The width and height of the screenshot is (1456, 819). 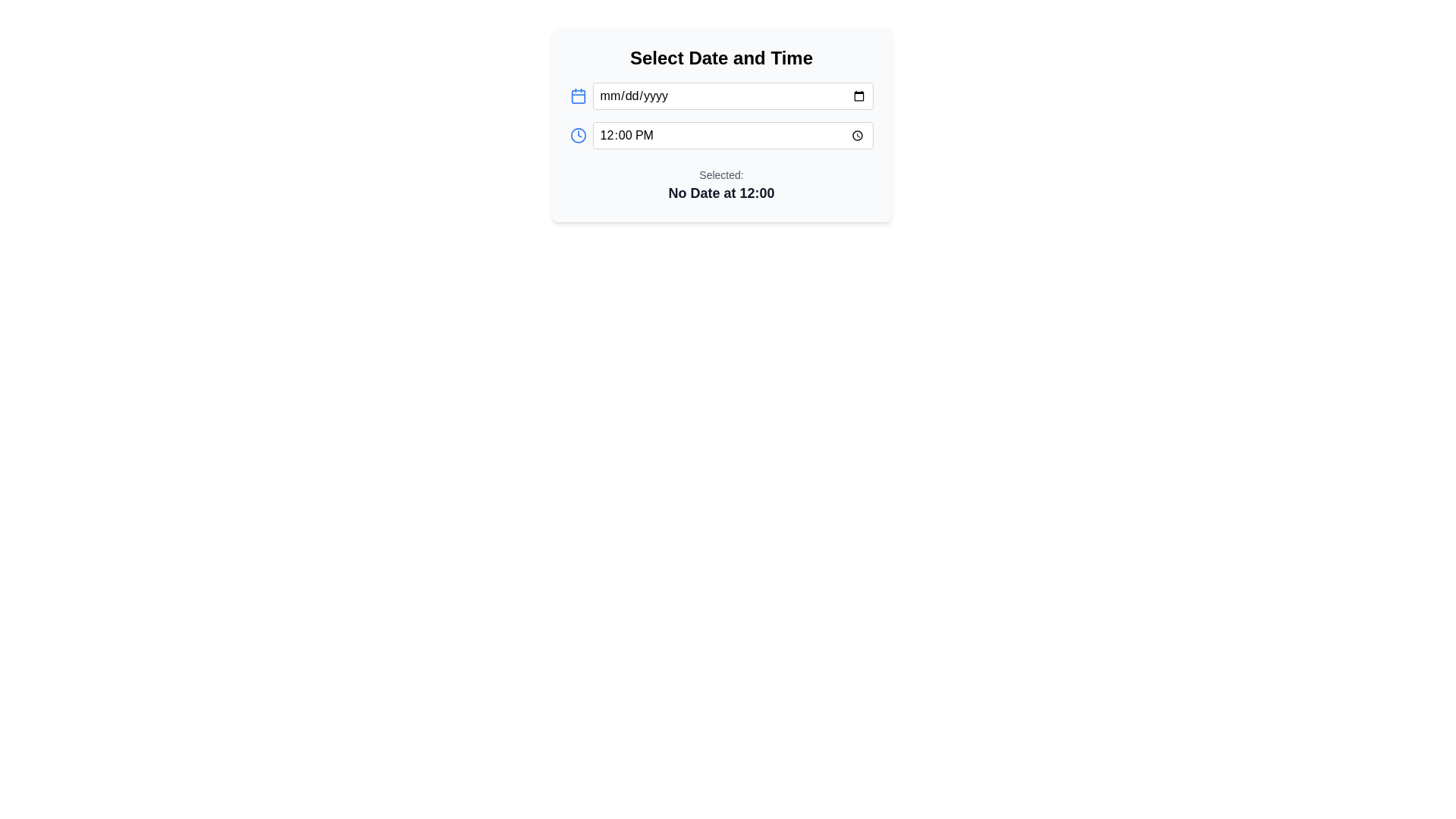 What do you see at coordinates (720, 192) in the screenshot?
I see `the static text element displaying 'No Date at 12:00', which is styled with a bold, larger font and located below the text 'Selected:' in the centered card UI labeled 'Select Date and Time'` at bounding box center [720, 192].